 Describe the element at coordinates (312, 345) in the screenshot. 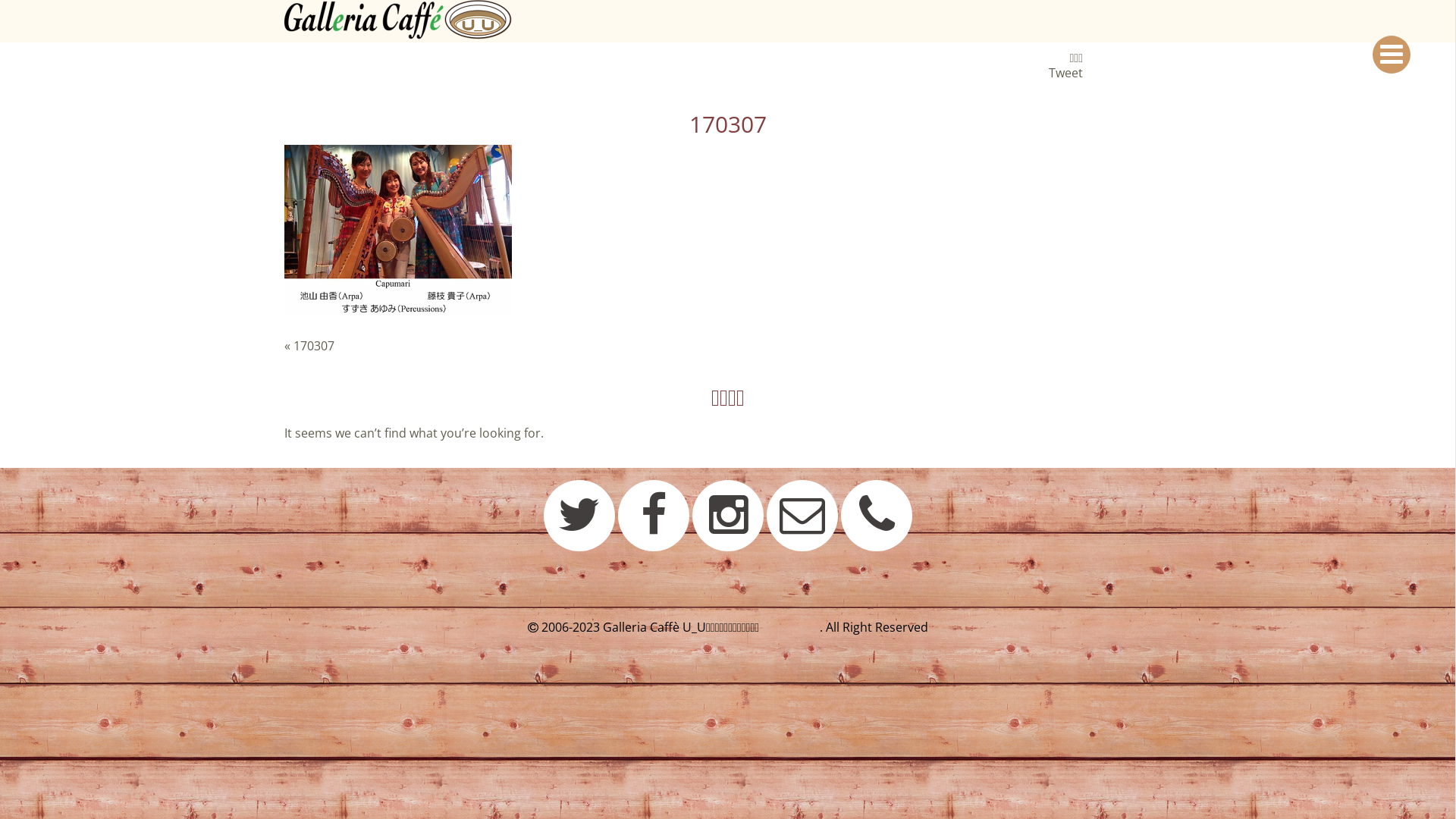

I see `'170307'` at that location.